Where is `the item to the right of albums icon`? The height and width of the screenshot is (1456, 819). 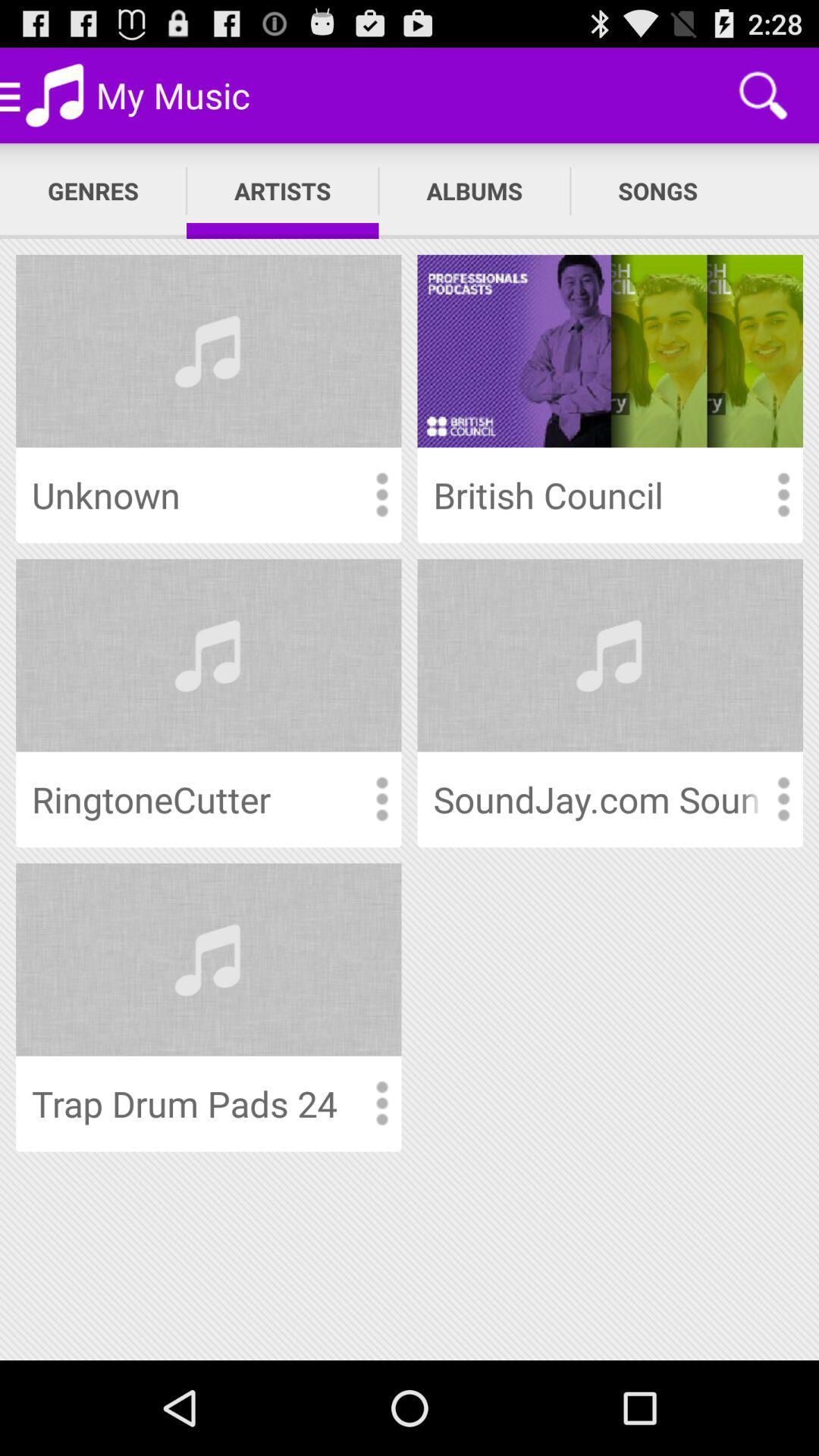 the item to the right of albums icon is located at coordinates (657, 190).